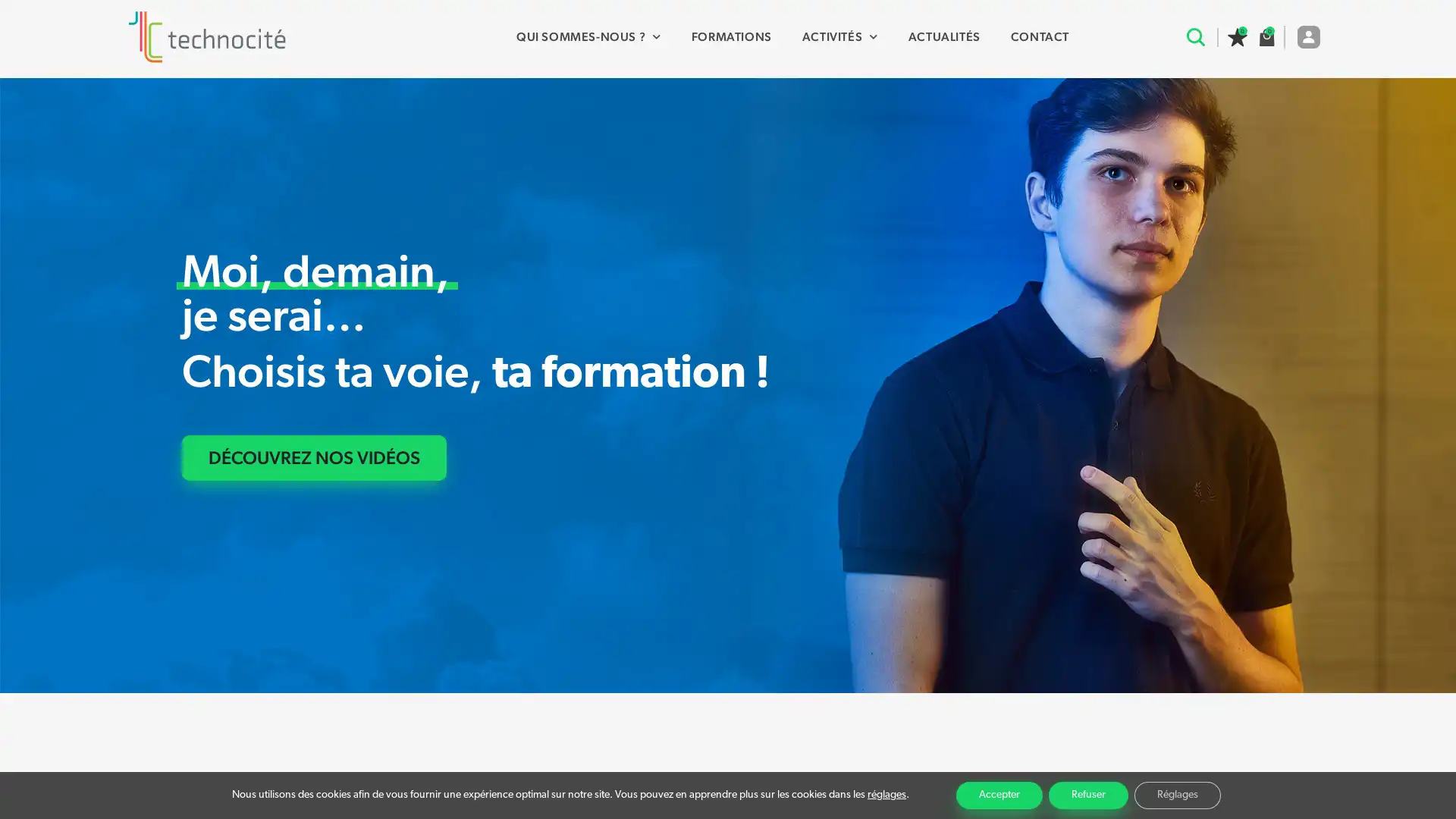  What do you see at coordinates (1175, 795) in the screenshot?
I see `Reglages` at bounding box center [1175, 795].